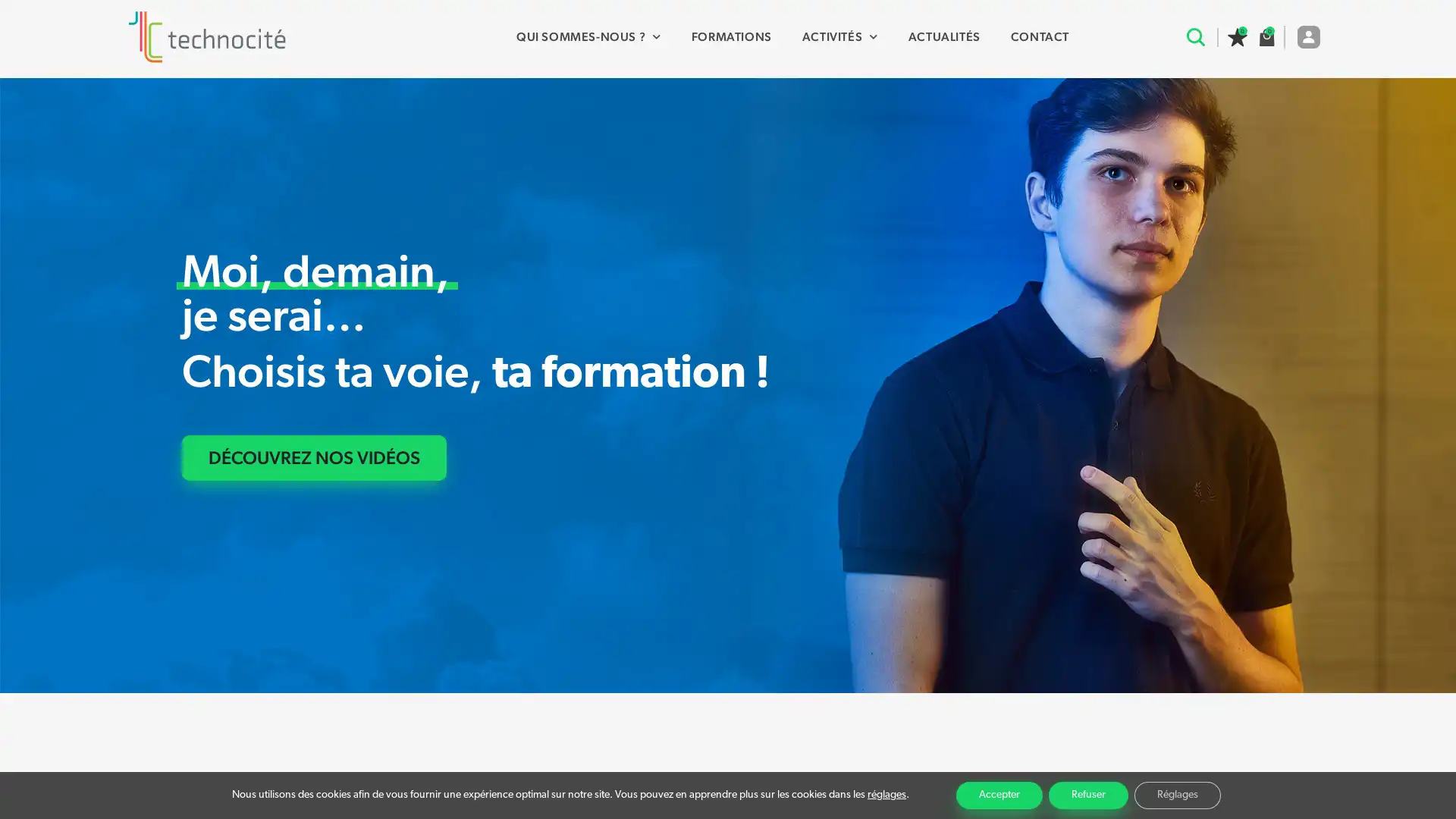  What do you see at coordinates (1175, 795) in the screenshot?
I see `Reglages` at bounding box center [1175, 795].